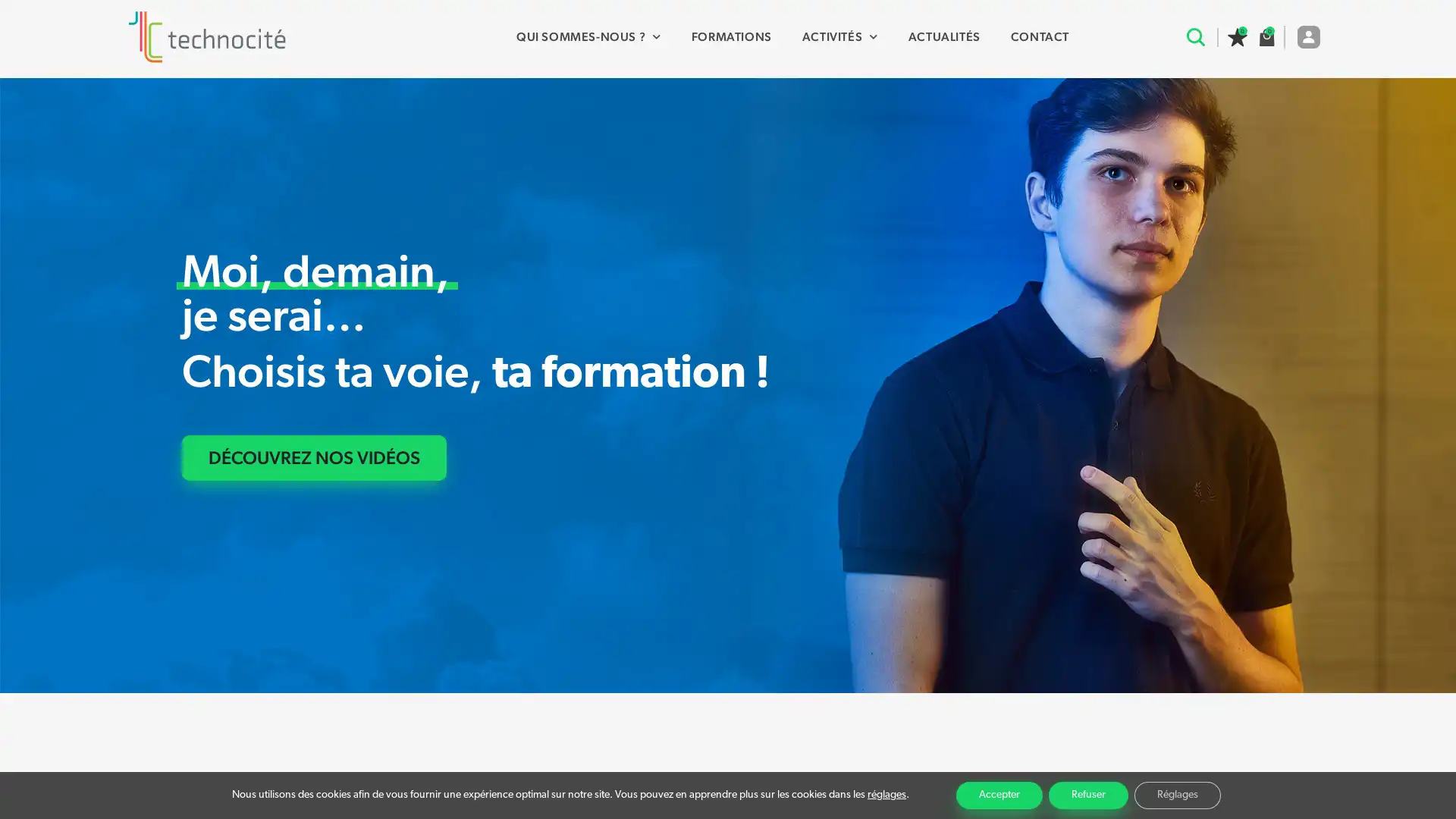  What do you see at coordinates (1175, 795) in the screenshot?
I see `Reglages` at bounding box center [1175, 795].